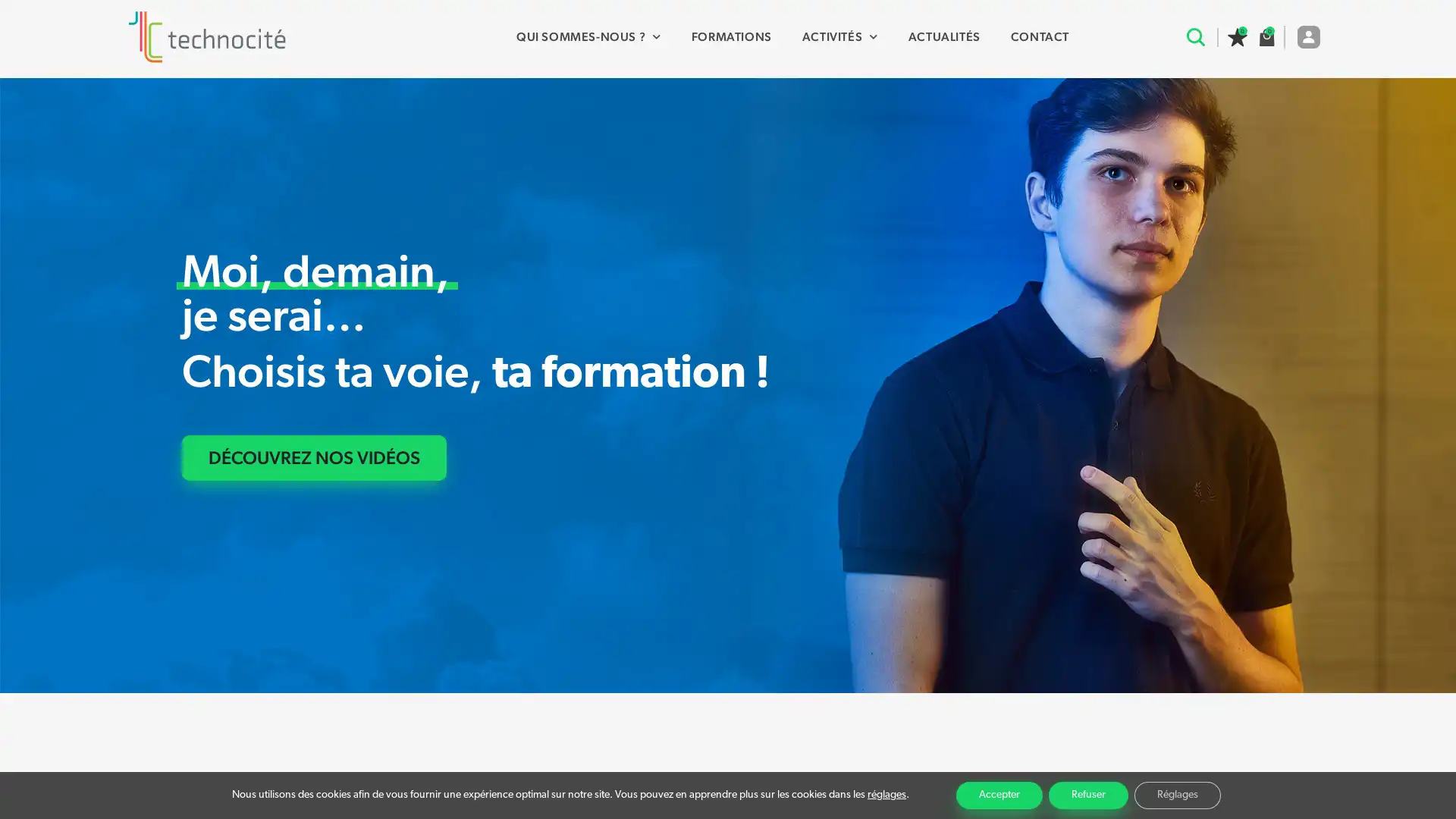  What do you see at coordinates (1175, 795) in the screenshot?
I see `Reglages` at bounding box center [1175, 795].